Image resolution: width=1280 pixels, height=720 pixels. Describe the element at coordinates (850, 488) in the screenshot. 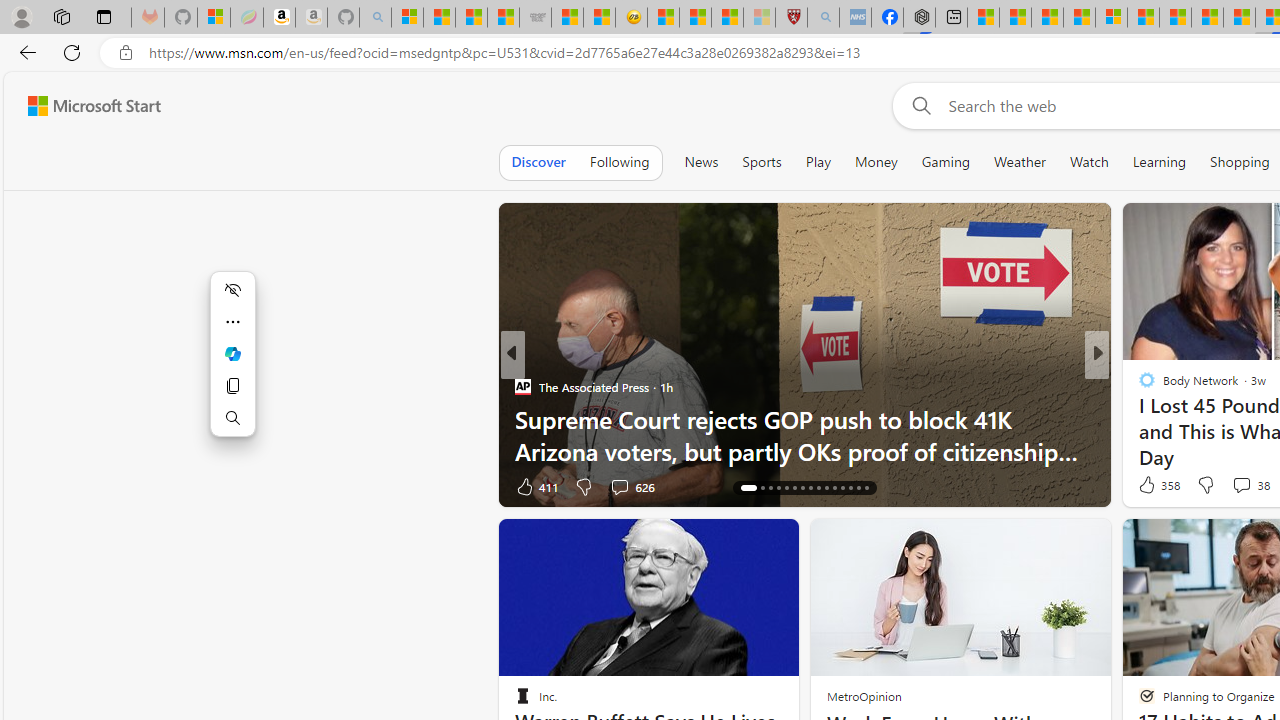

I see `'AutomationID: tab-28'` at that location.